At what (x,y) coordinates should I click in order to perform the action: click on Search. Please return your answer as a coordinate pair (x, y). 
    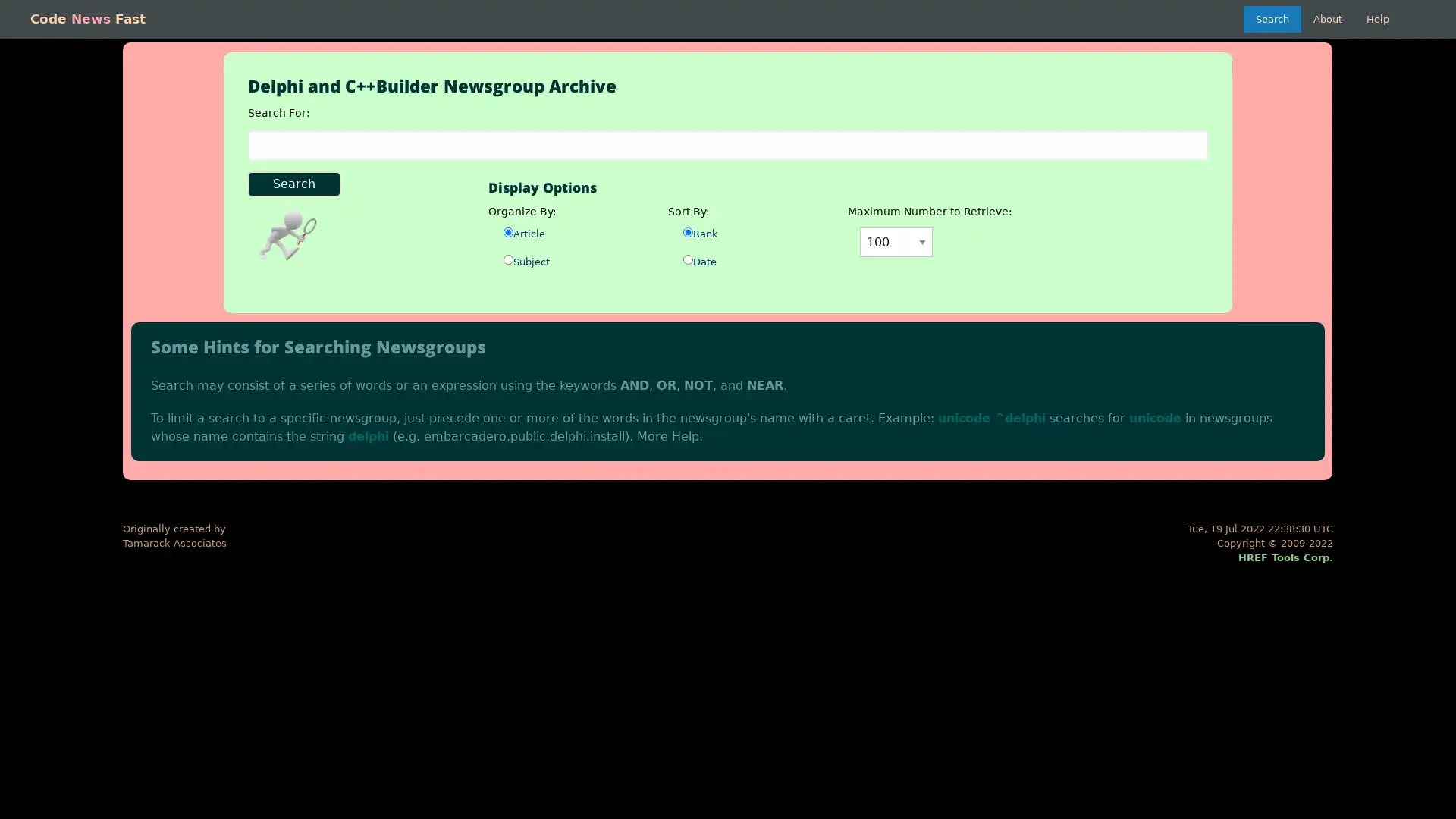
    Looking at the image, I should click on (294, 183).